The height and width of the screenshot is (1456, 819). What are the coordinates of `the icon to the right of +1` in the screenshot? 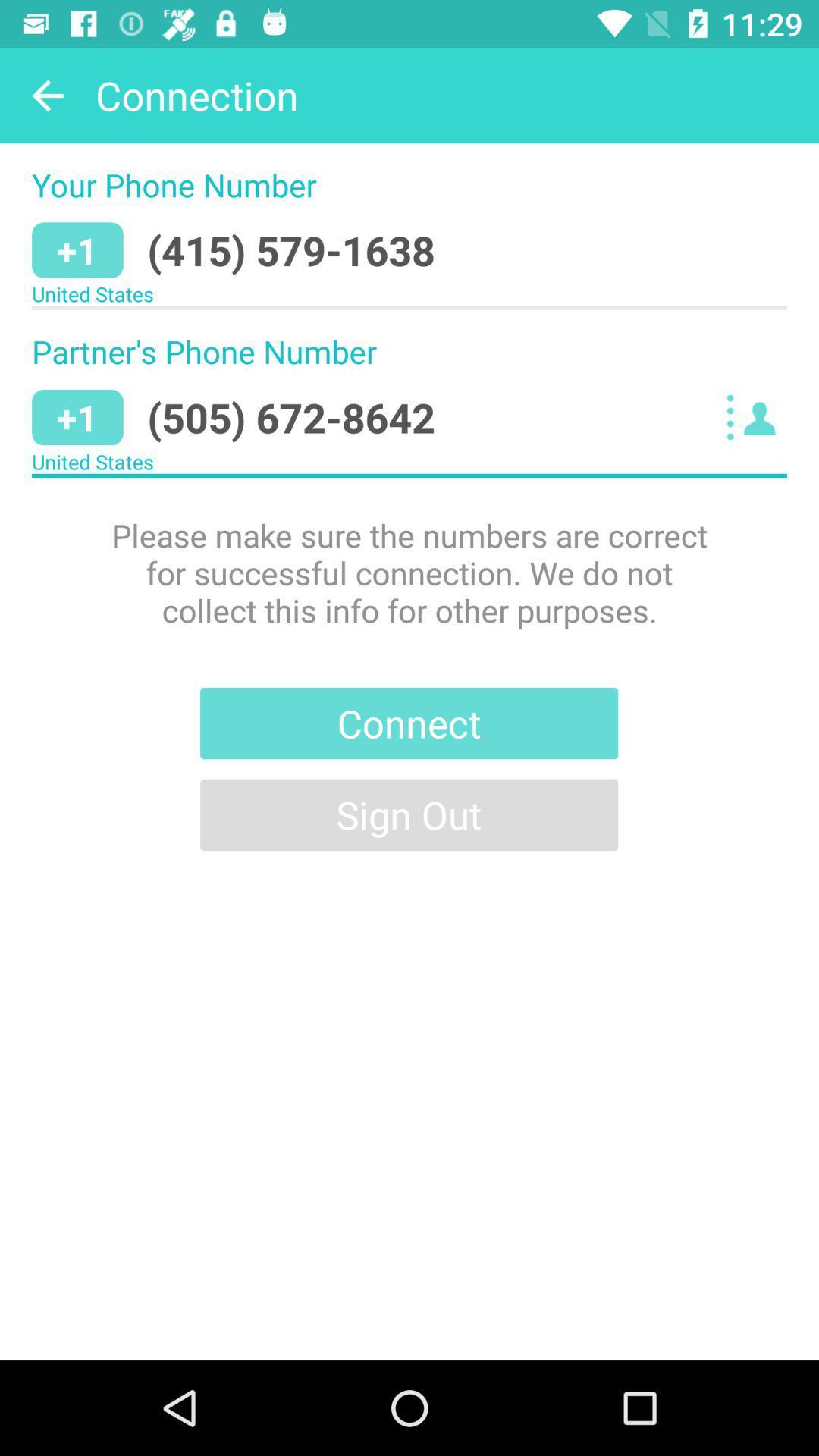 It's located at (291, 250).